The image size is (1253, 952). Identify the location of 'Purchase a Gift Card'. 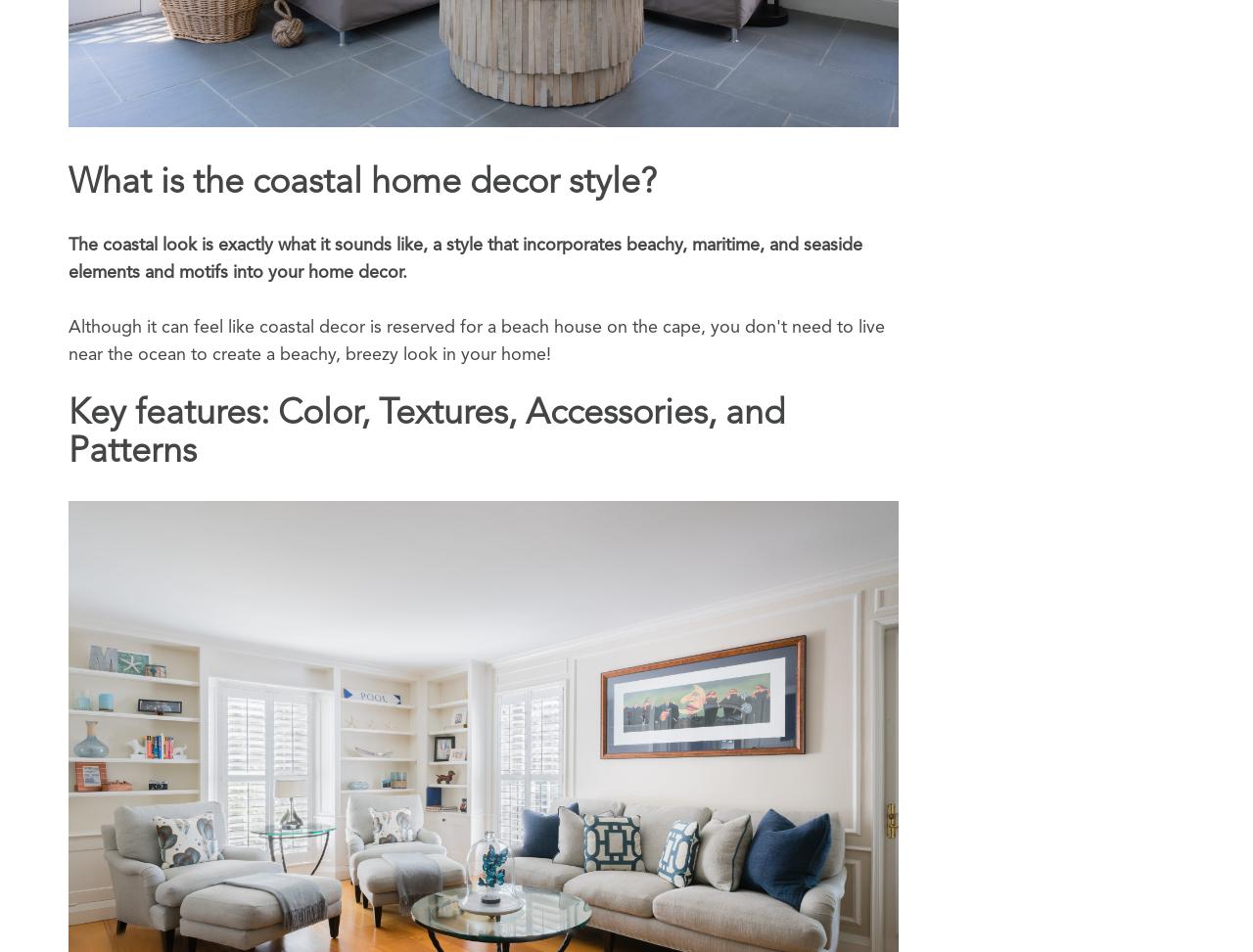
(993, 833).